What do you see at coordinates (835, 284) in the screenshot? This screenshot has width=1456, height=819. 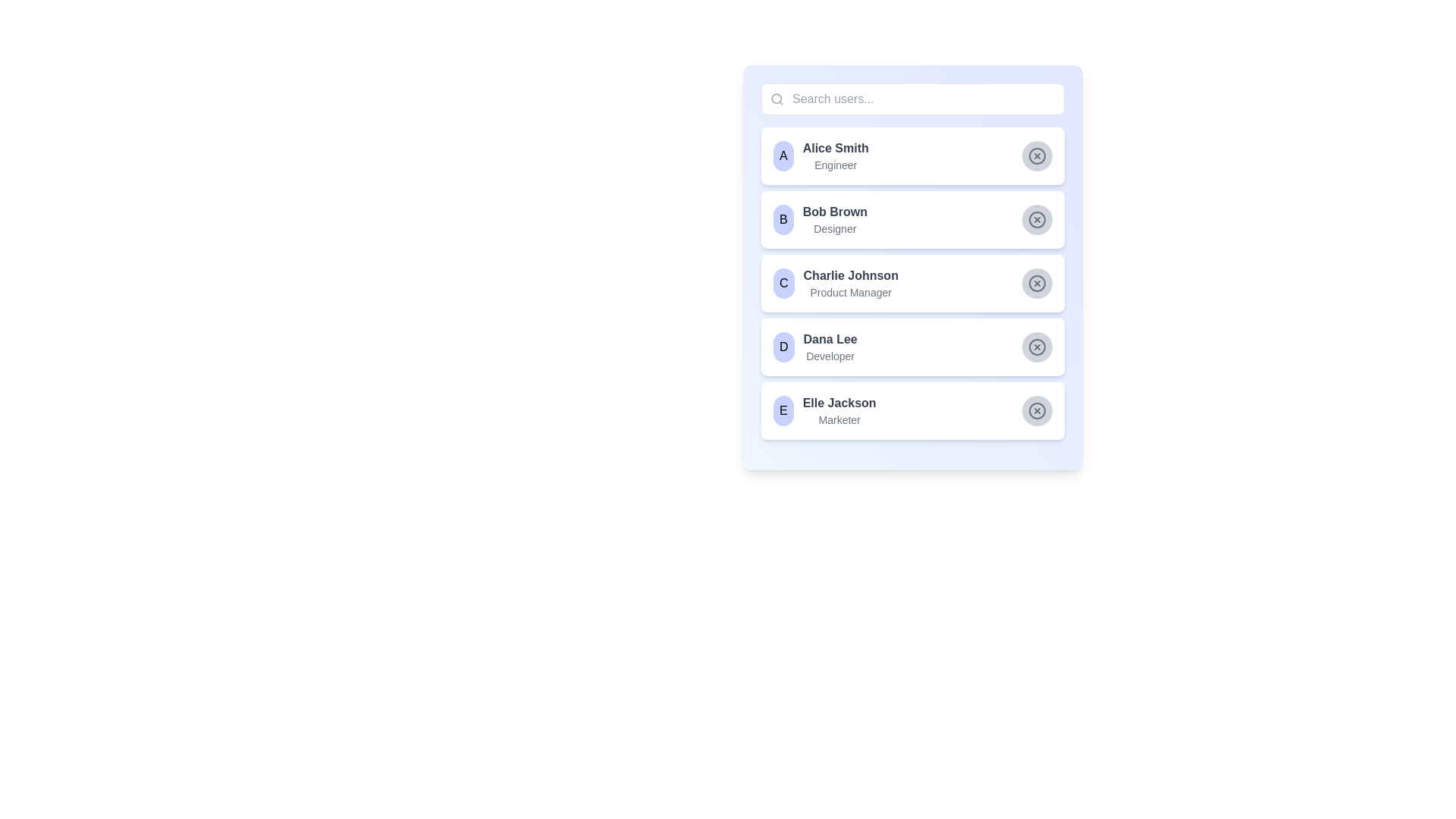 I see `on the third profile card in the list, which displays 'Charlie Johnson, Product Manager' with a light indigo initial 'C'` at bounding box center [835, 284].